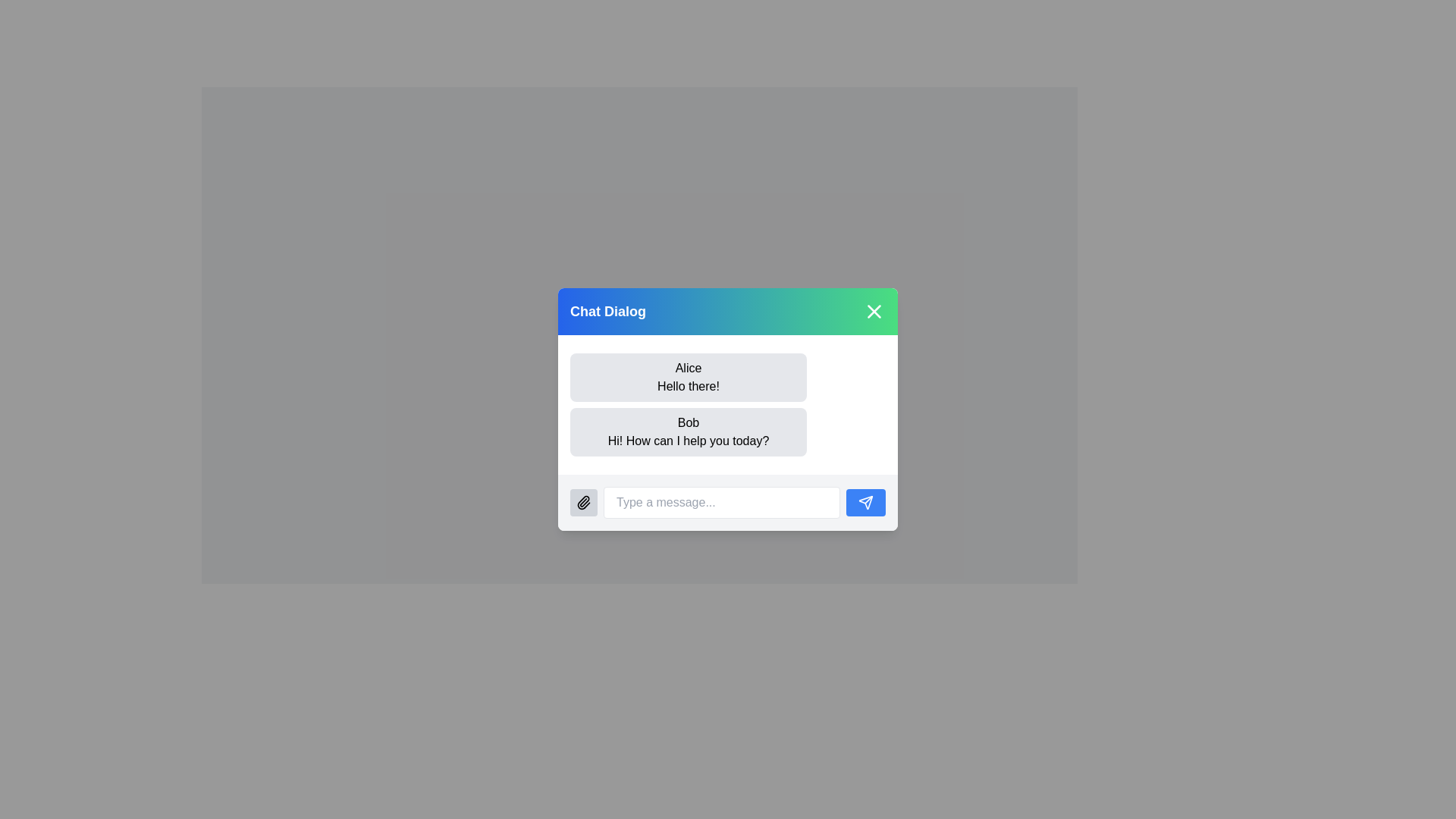 The image size is (1456, 819). Describe the element at coordinates (582, 503) in the screenshot. I see `the file attachment button located in the bottom left corner of the chat dialog interface` at that location.